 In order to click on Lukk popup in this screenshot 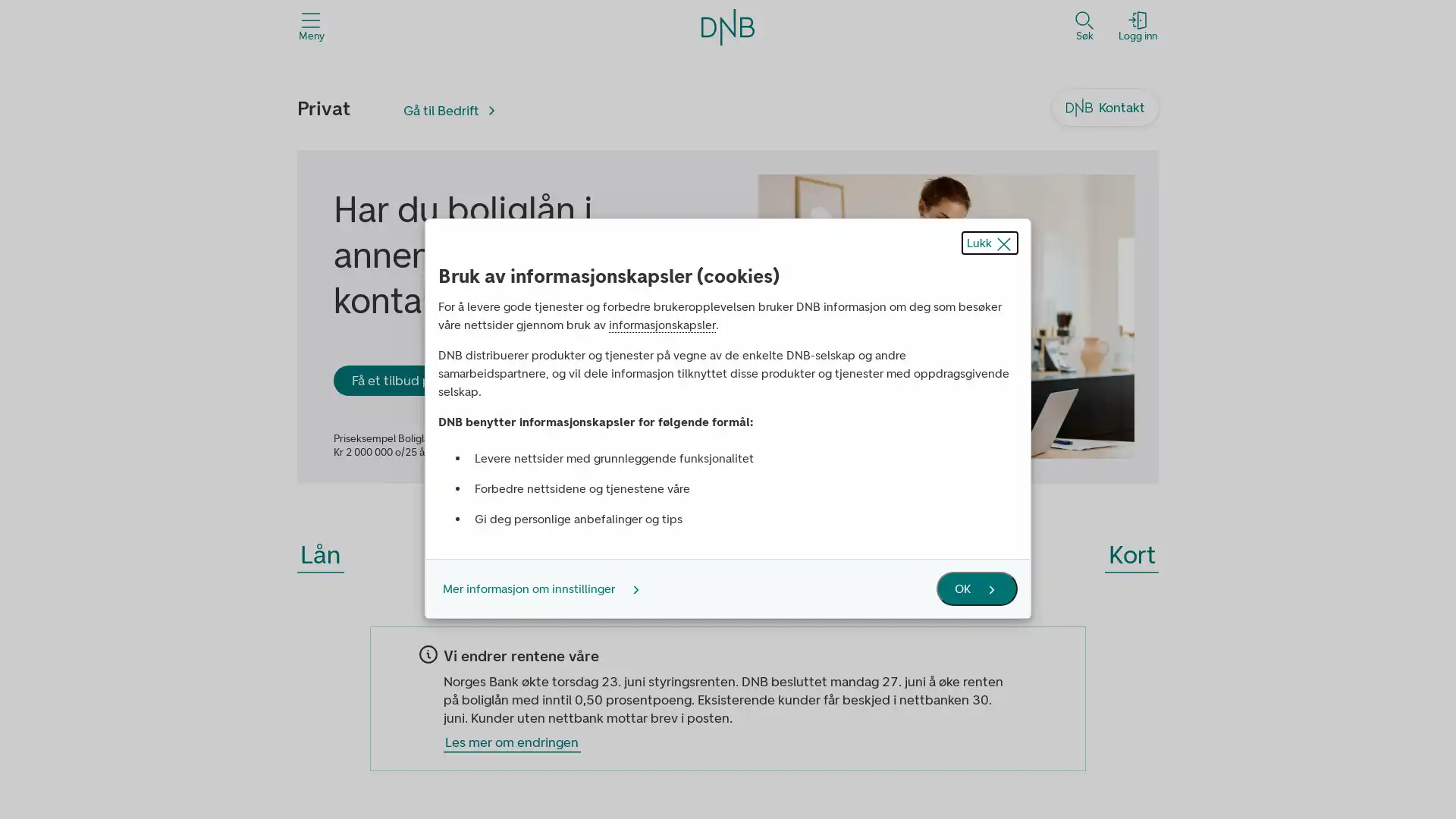, I will do `click(990, 241)`.